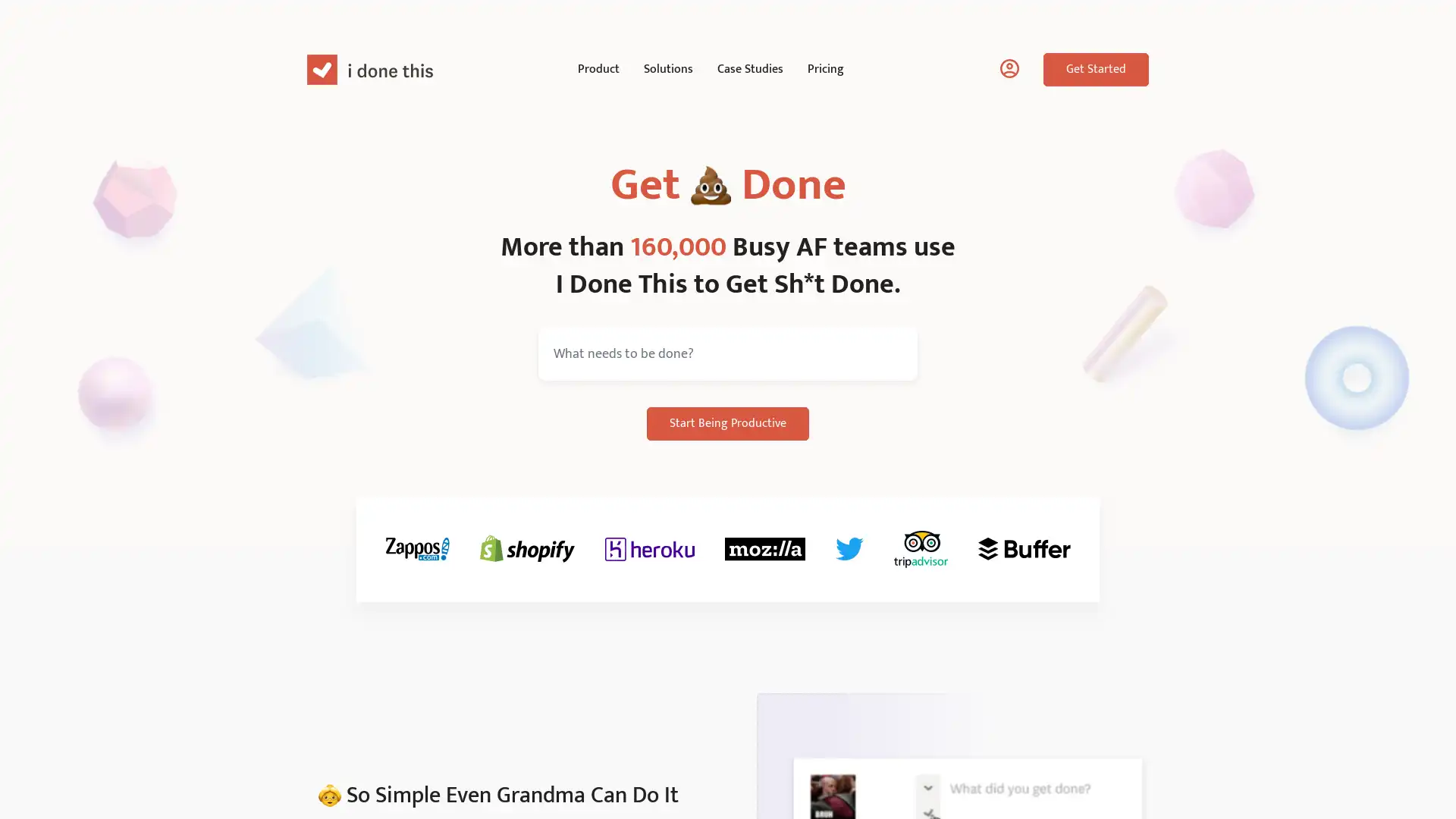  Describe the element at coordinates (728, 424) in the screenshot. I see `Start Being Productive` at that location.